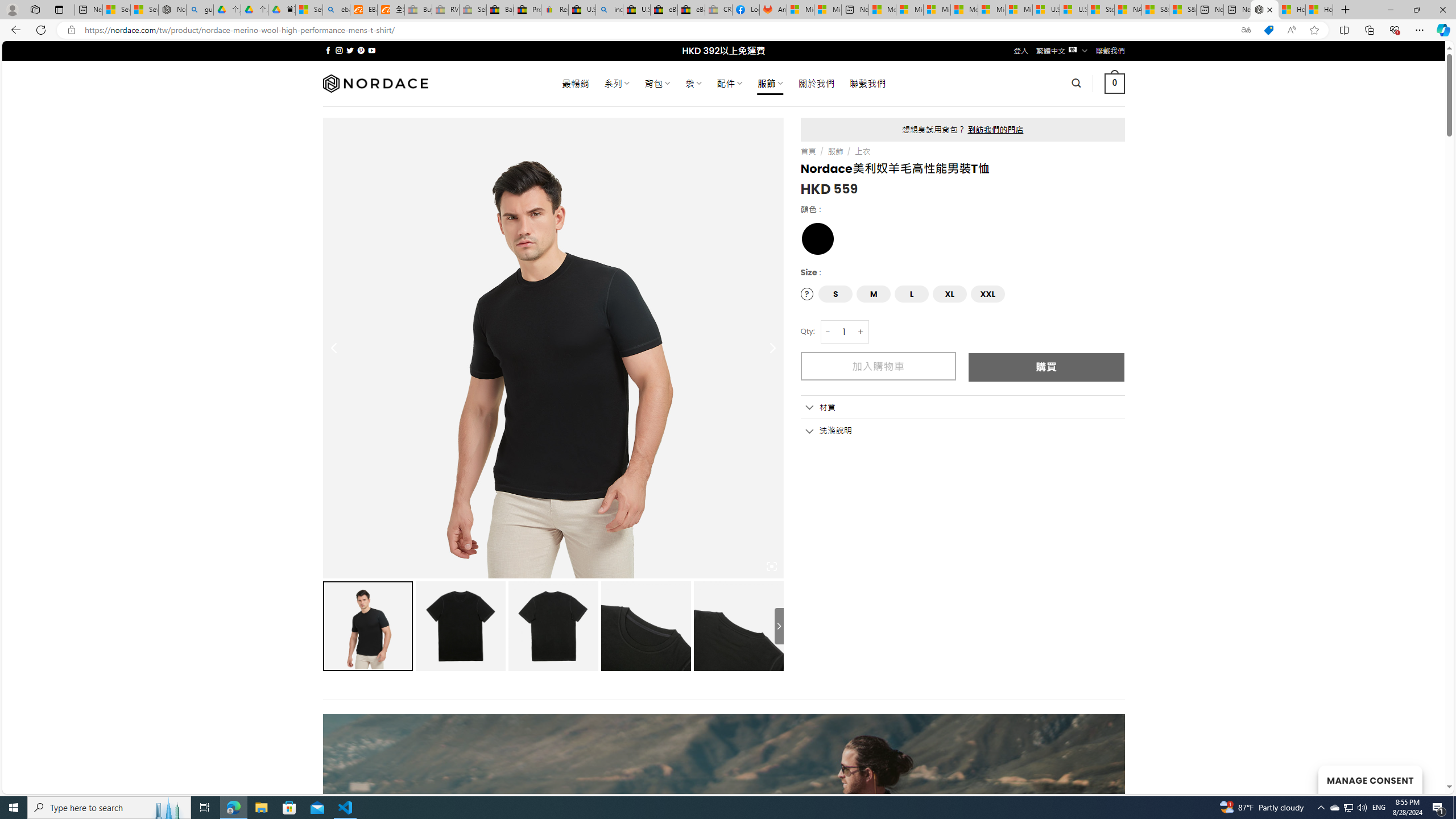 This screenshot has width=1456, height=819. What do you see at coordinates (473, 9) in the screenshot?
I see `'Sell worldwide with eBay - Sleeping'` at bounding box center [473, 9].